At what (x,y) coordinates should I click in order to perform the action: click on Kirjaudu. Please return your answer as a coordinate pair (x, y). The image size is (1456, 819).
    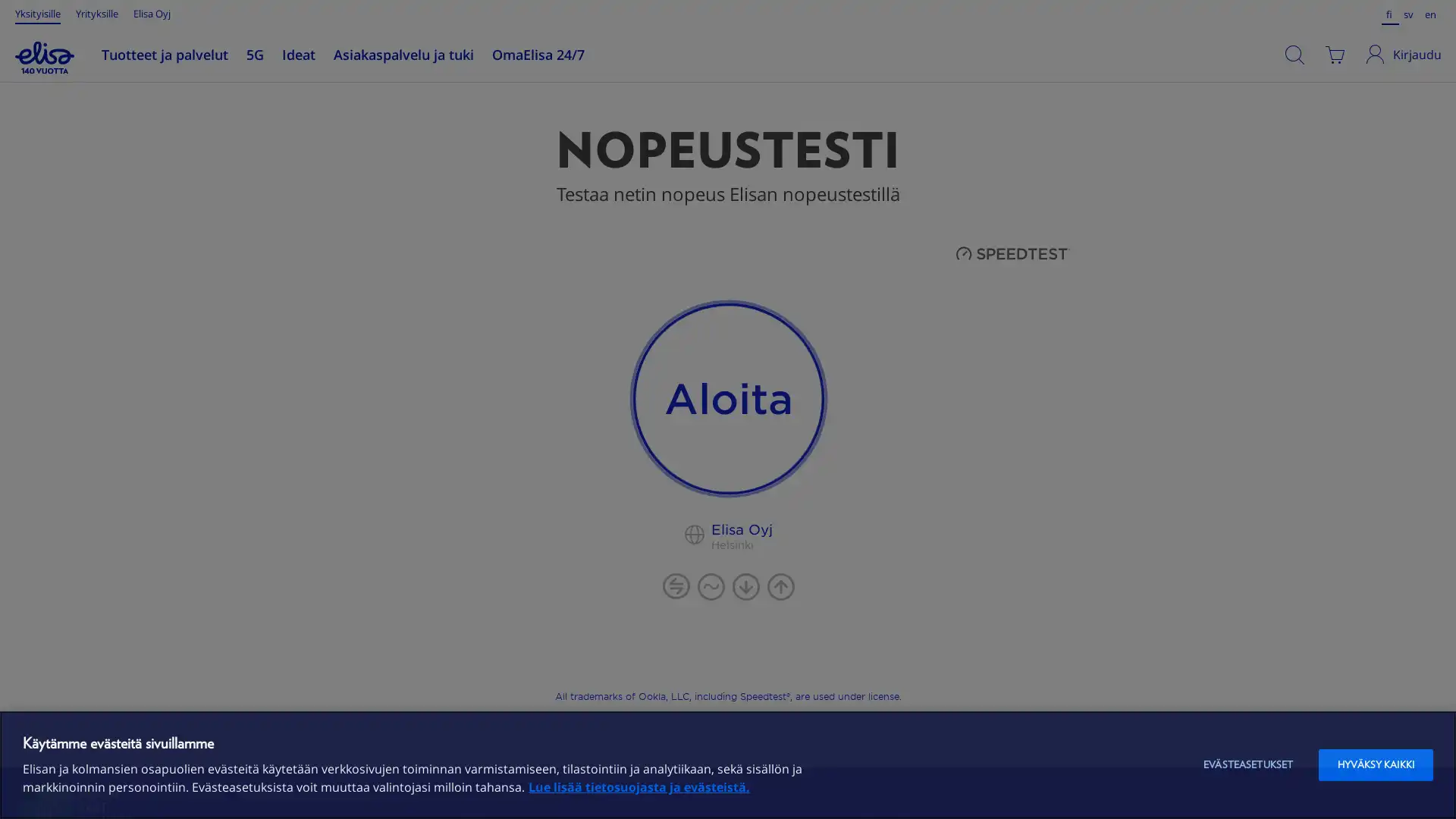
    Looking at the image, I should click on (1404, 54).